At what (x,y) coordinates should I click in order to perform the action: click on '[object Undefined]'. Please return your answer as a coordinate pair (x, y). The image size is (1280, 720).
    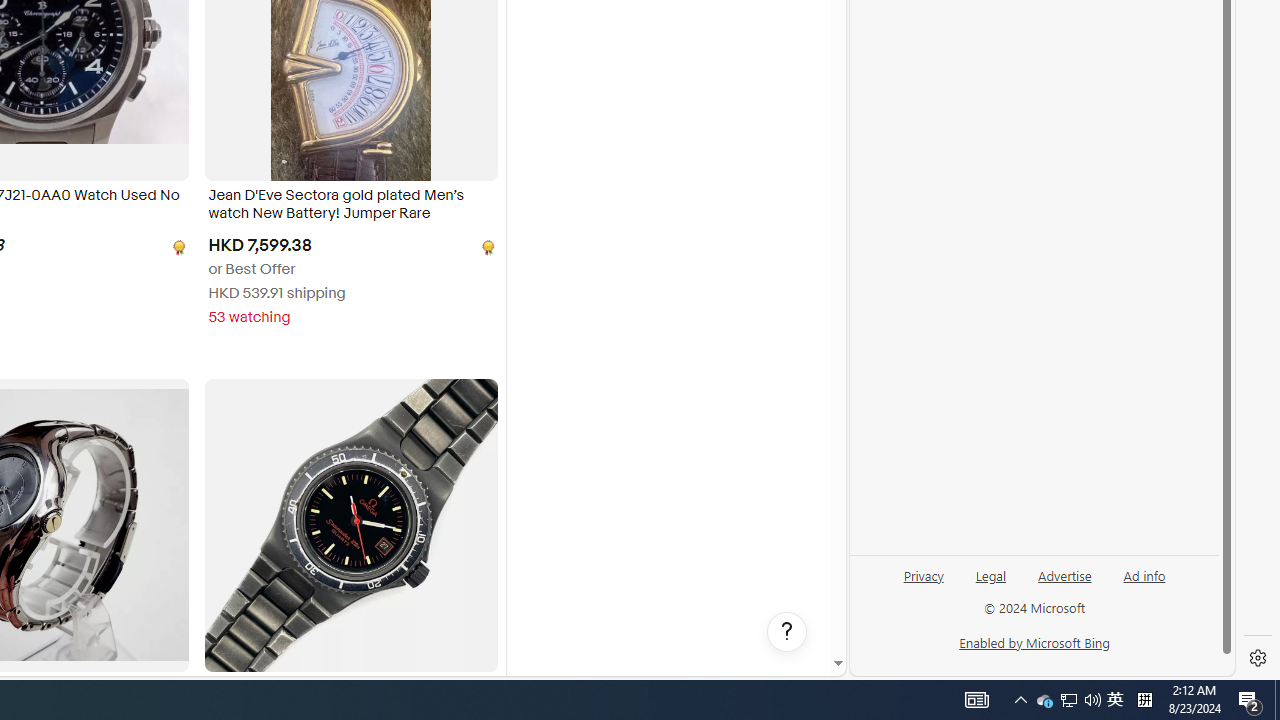
    Looking at the image, I should click on (486, 246).